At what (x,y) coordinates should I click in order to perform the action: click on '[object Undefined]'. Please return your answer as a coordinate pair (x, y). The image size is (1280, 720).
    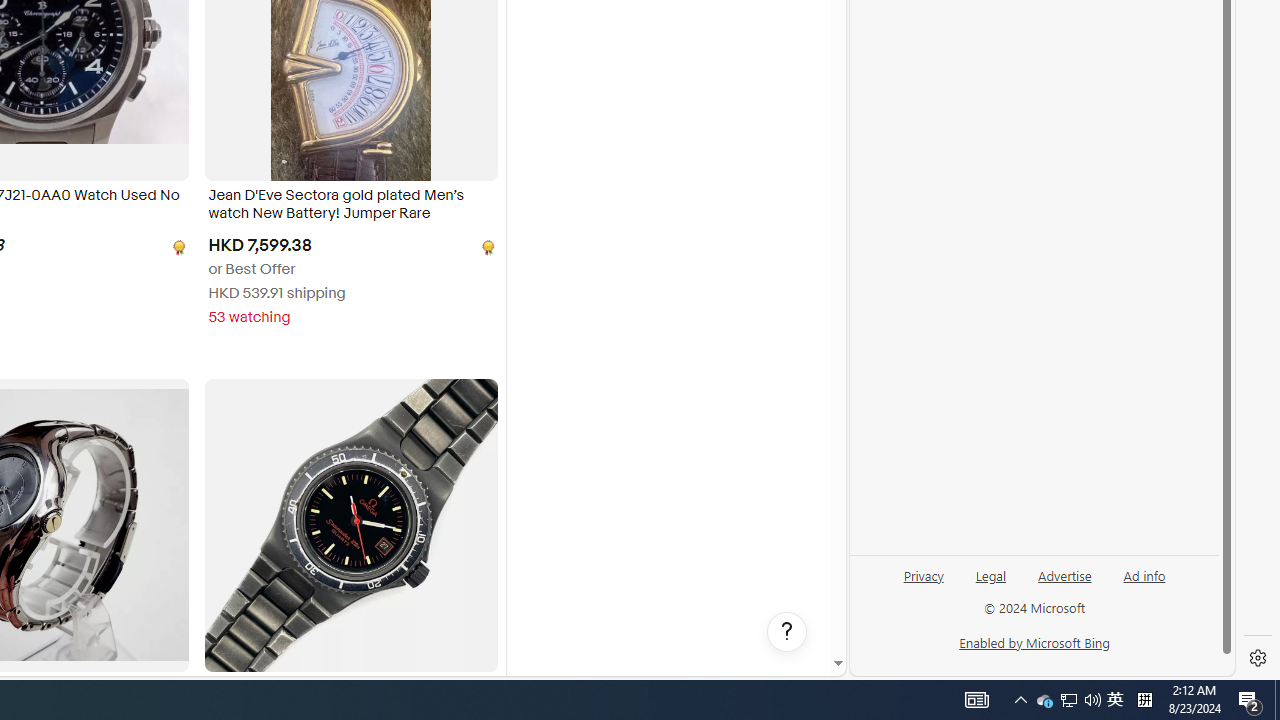
    Looking at the image, I should click on (486, 246).